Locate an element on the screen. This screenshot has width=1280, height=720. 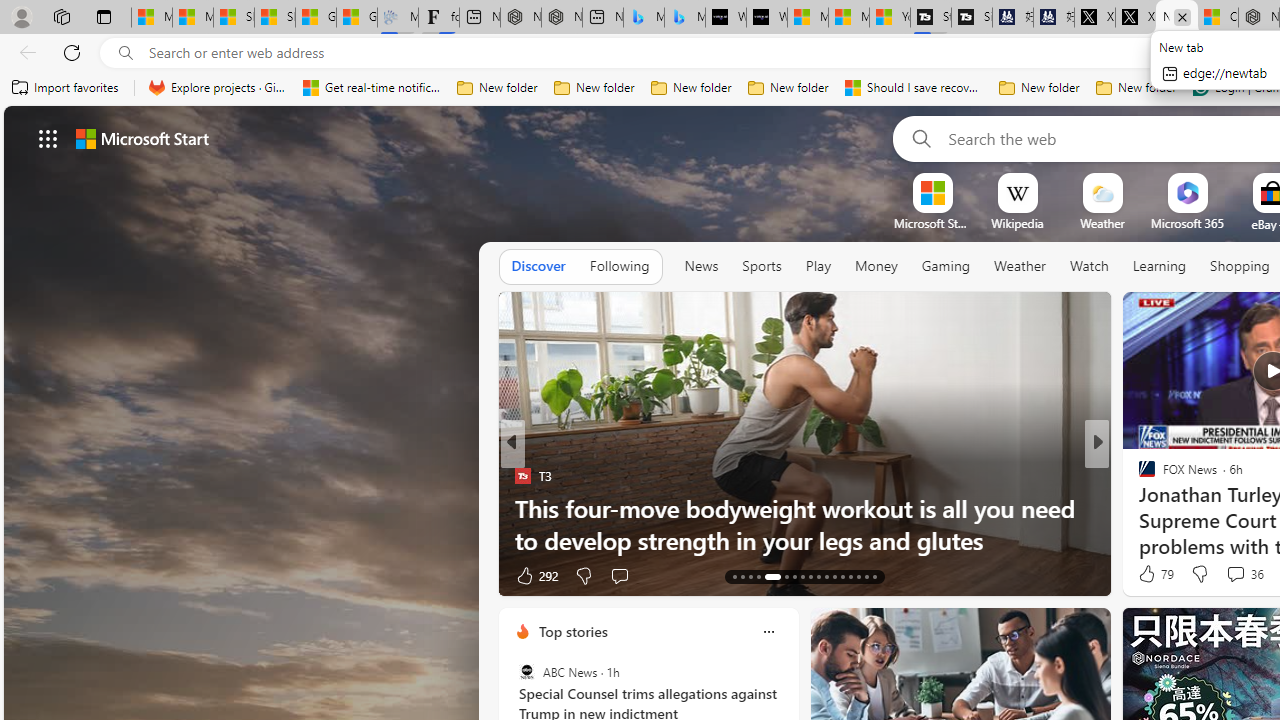
'AutomationID: tab-16' is located at coordinates (757, 577).